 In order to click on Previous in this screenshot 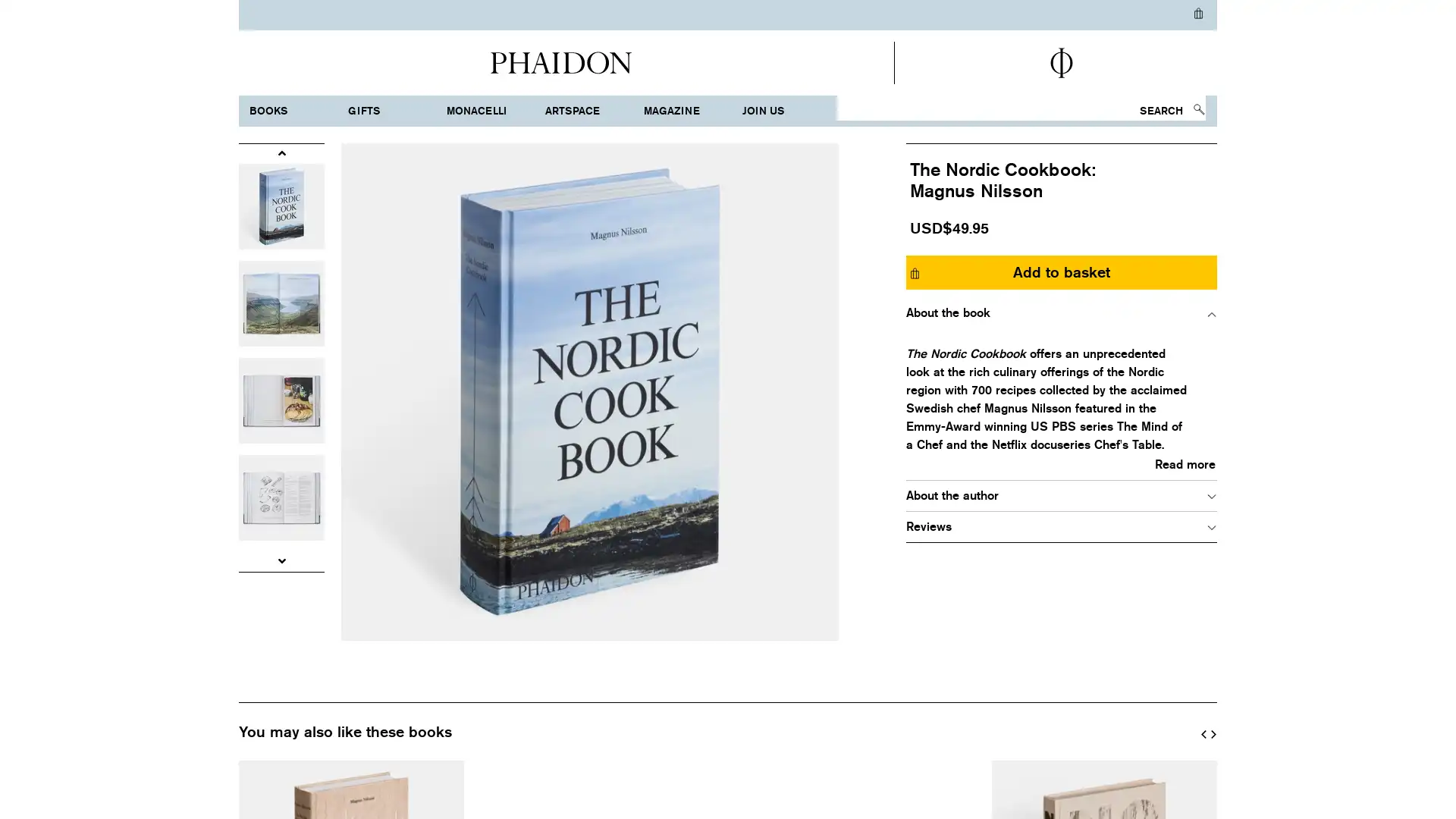, I will do `click(281, 152)`.